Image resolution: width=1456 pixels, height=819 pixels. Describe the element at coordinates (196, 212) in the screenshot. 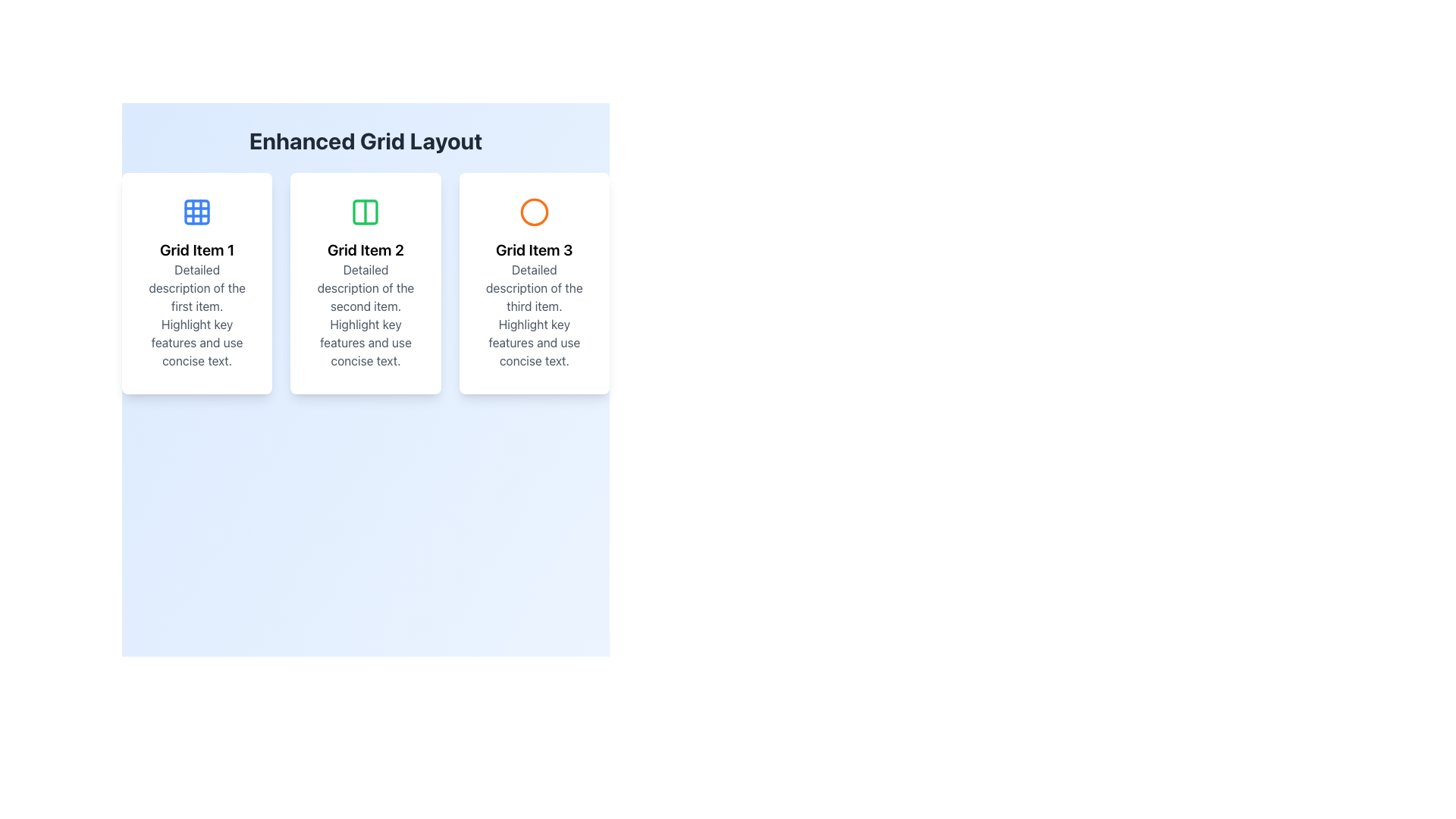

I see `the grid icon, which is a blue 3x3 arrangement of small squares located at the top of the leftmost card, directly above the 'Grid Item 1' title` at that location.